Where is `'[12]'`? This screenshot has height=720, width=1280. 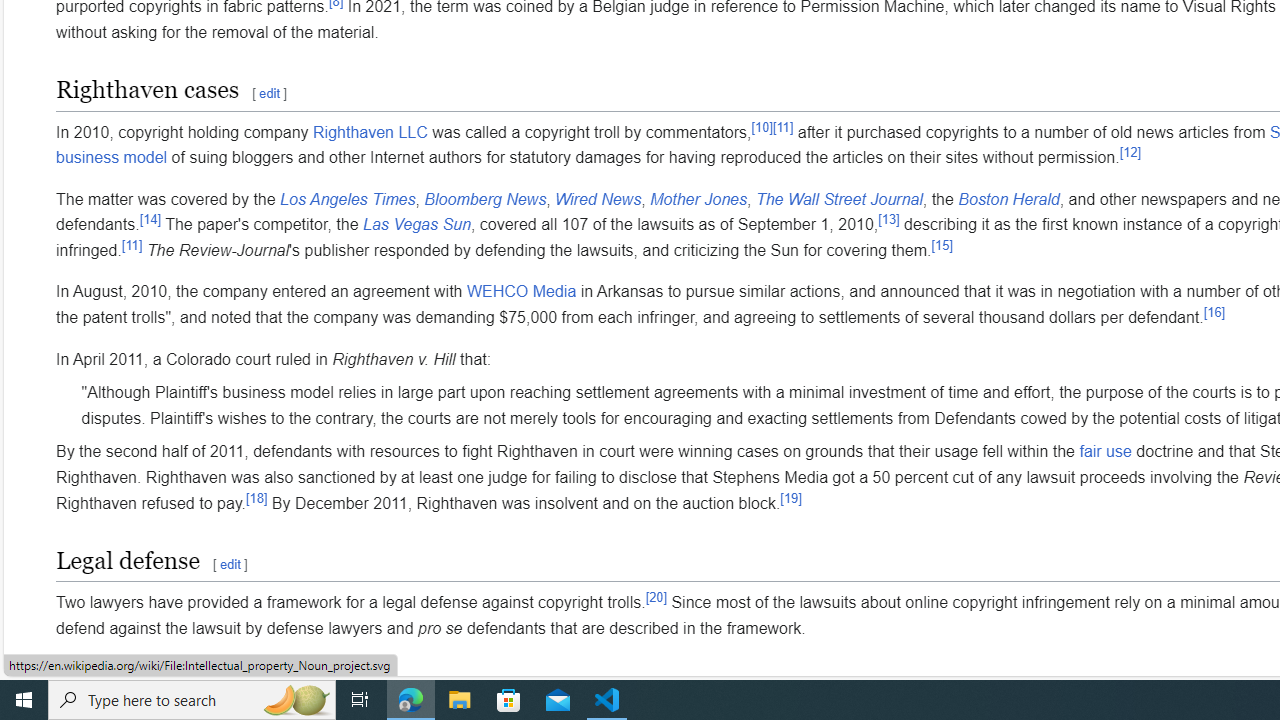 '[12]' is located at coordinates (1130, 150).